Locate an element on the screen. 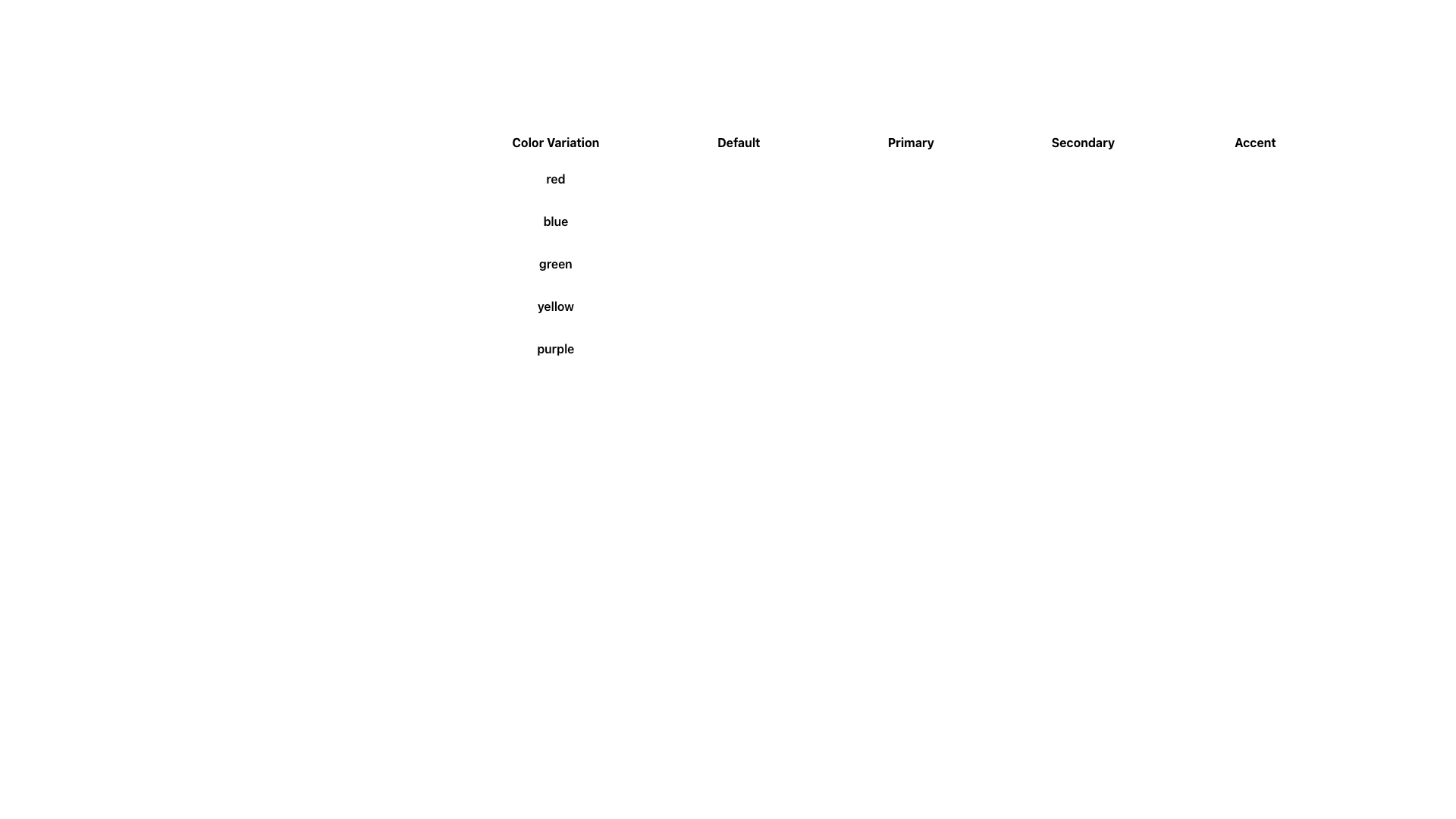 The image size is (1456, 819). the text label representing the 'yellow' color, located in the second column under the 'Default' heading as the fourth entry in the vertical list is located at coordinates (554, 306).